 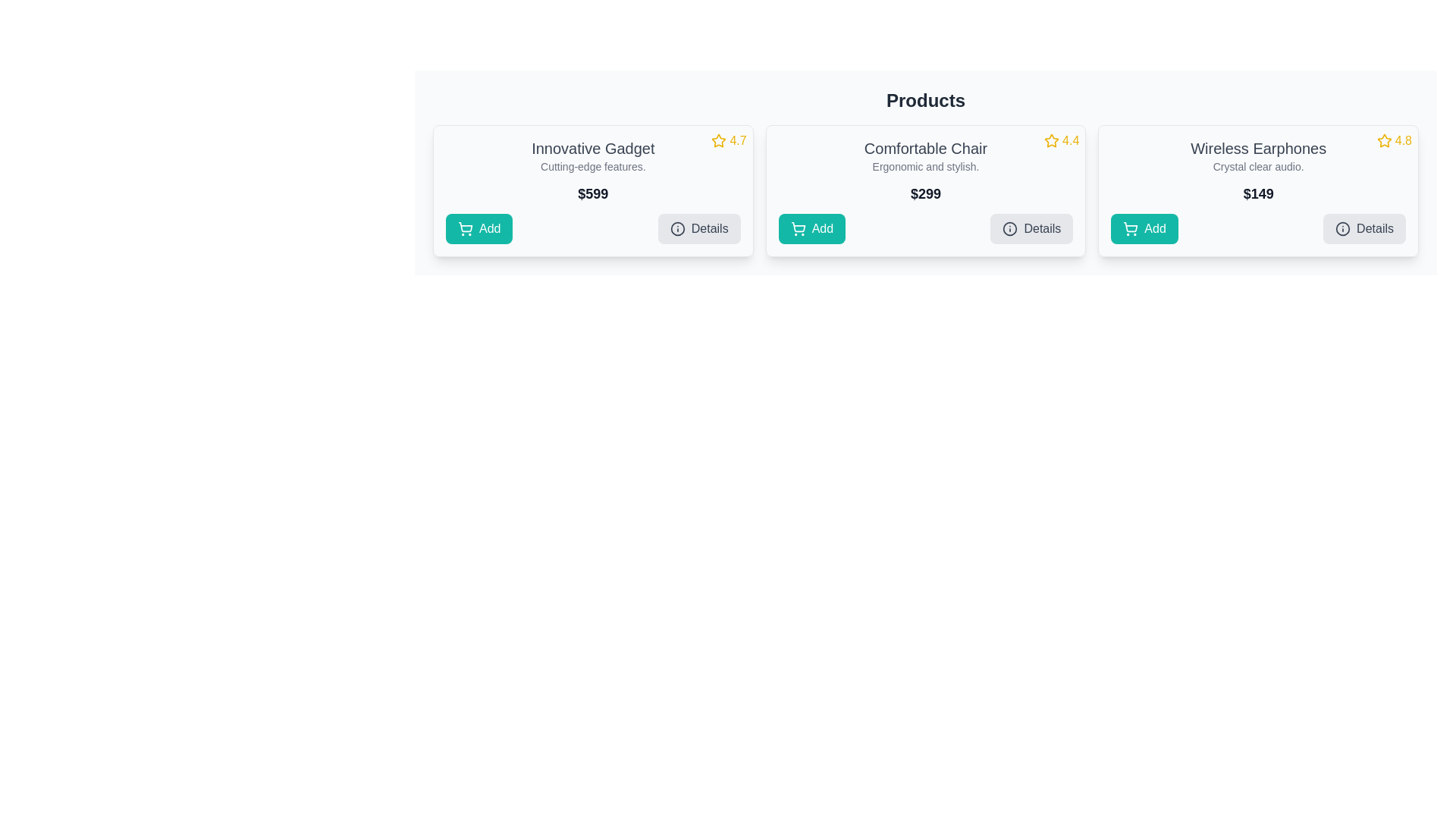 What do you see at coordinates (924, 166) in the screenshot?
I see `the text label that provides supplementary information about the 'Comfortable Chair' product, located directly beneath its title within the card layout` at bounding box center [924, 166].